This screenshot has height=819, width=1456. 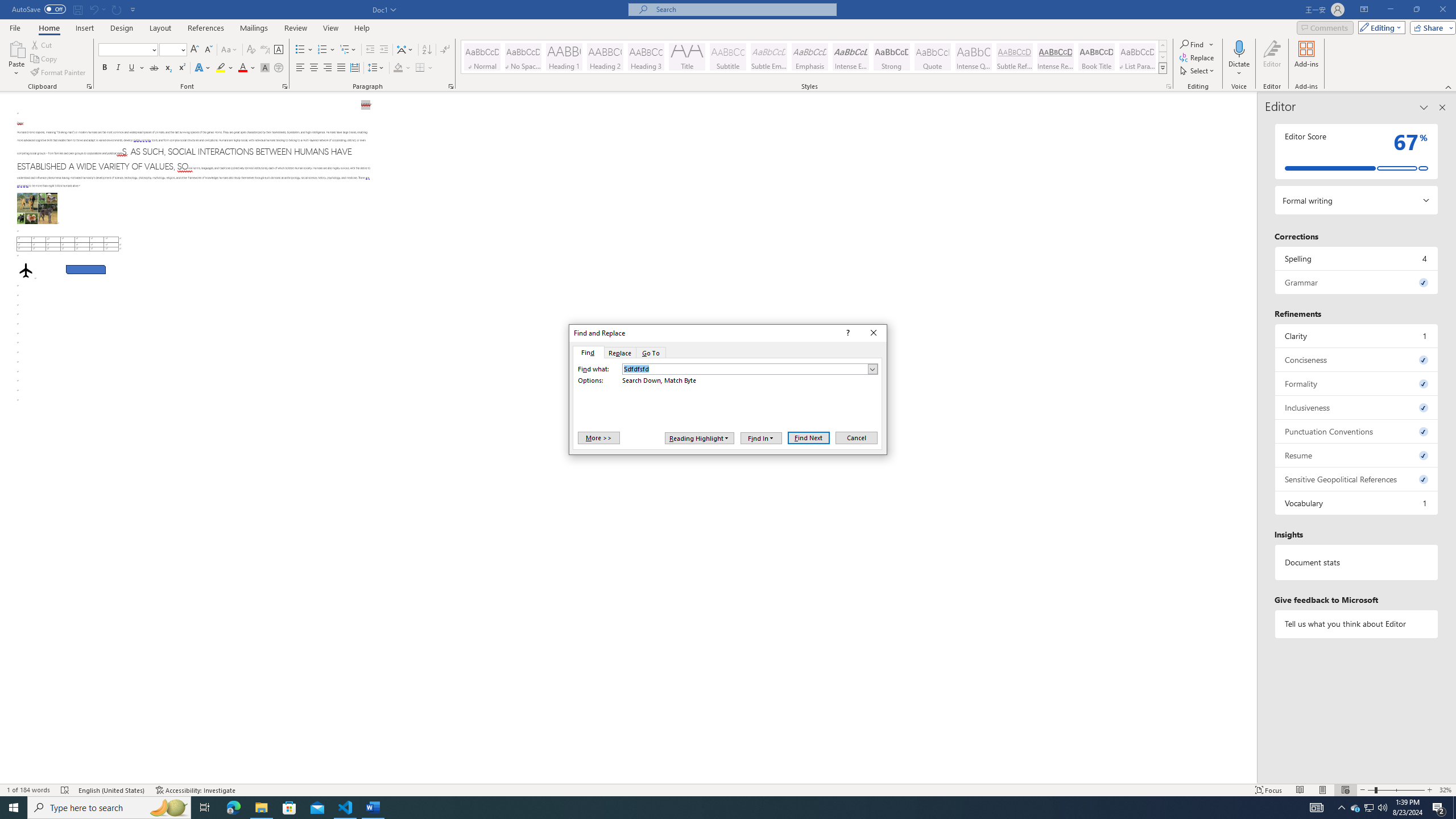 I want to click on 'Grammar, 0 issues. Press space or enter to review items.', so click(x=1356, y=282).